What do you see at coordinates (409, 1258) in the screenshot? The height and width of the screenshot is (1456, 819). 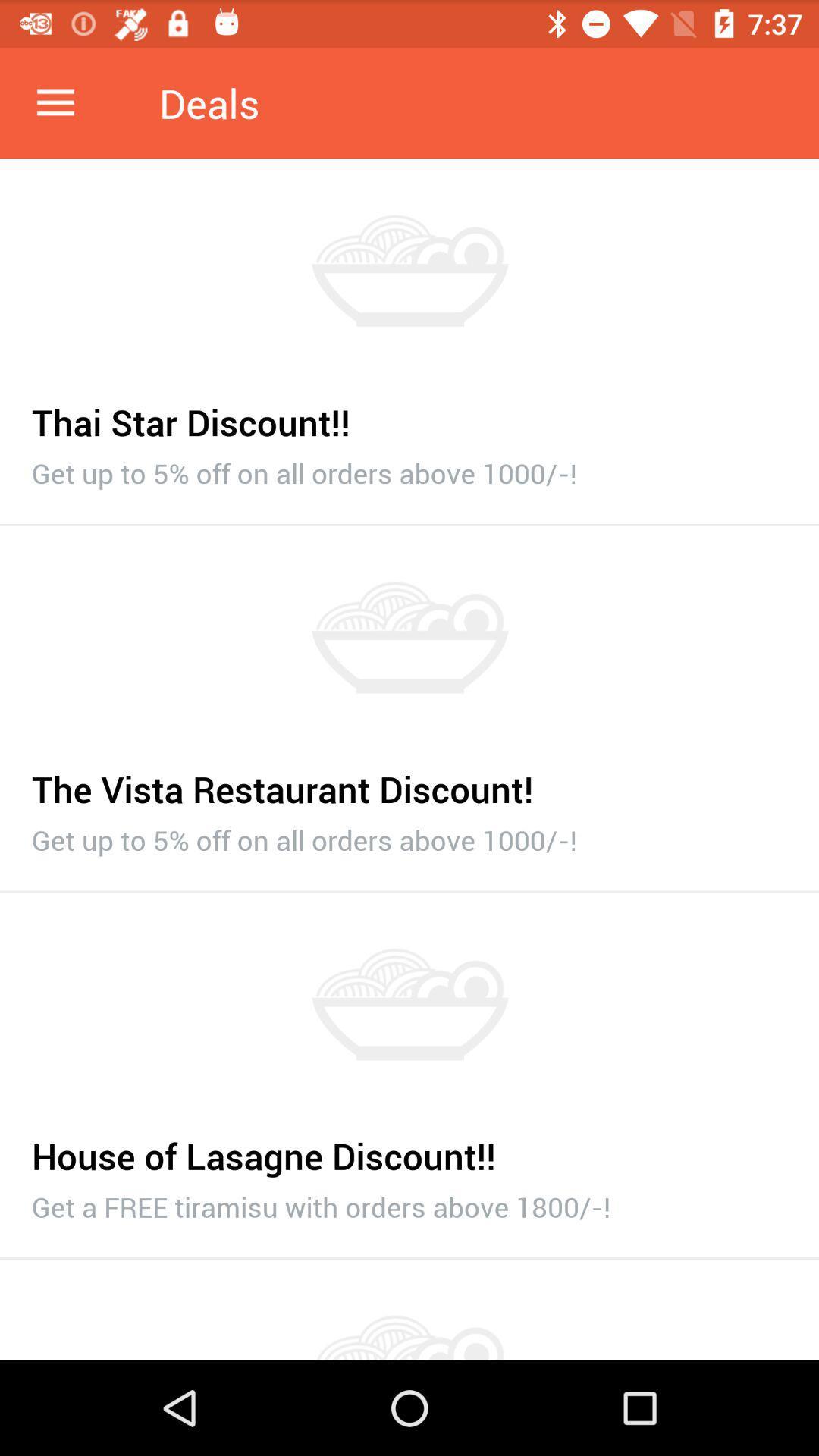 I see `item below the get a free item` at bounding box center [409, 1258].